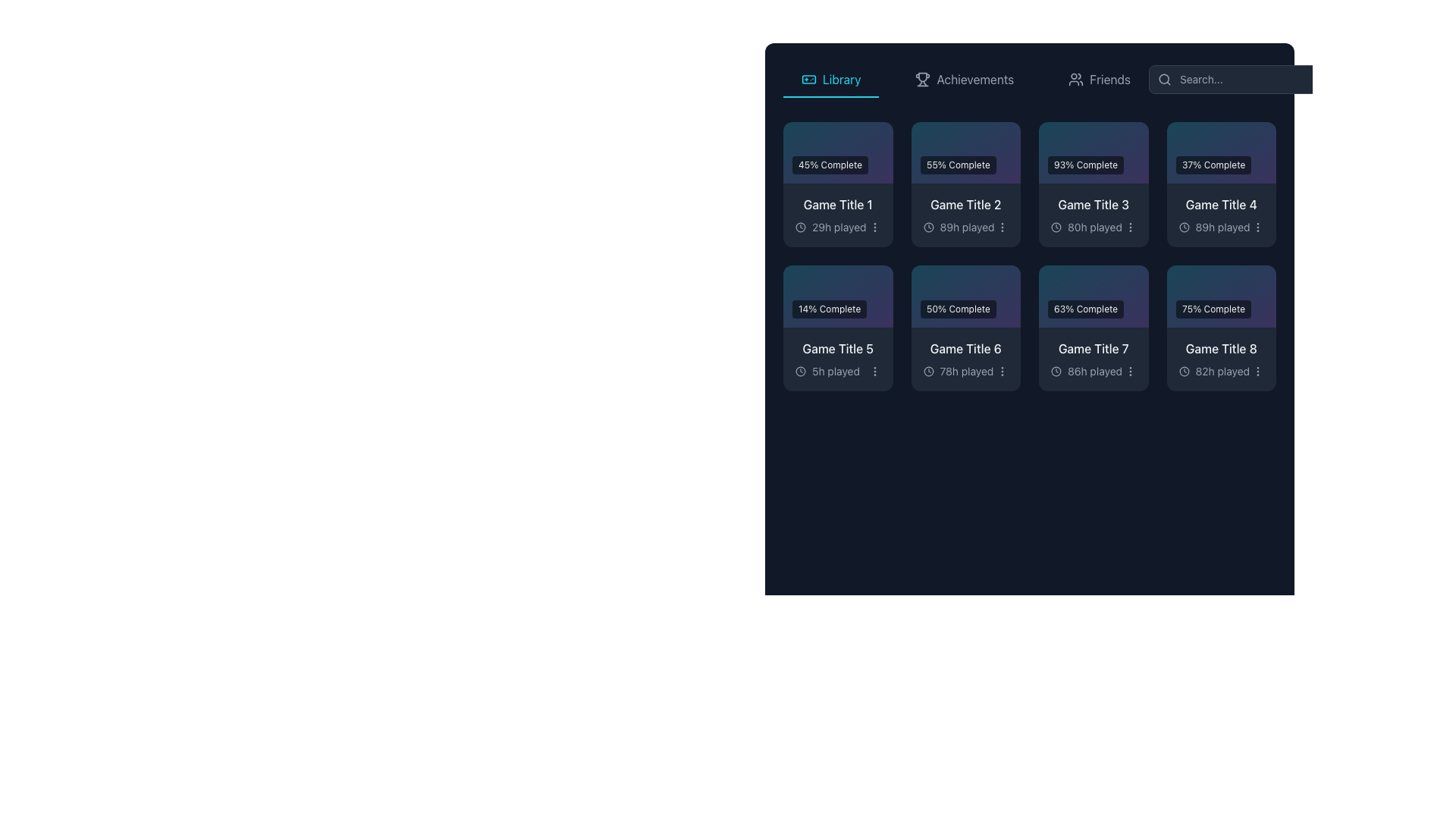 This screenshot has width=1456, height=819. Describe the element at coordinates (827, 371) in the screenshot. I see `the card labeled 'Game Title 5' by clicking on the text with icon that indicates the amount of time spent playing the game, located at the lower left of the card` at that location.